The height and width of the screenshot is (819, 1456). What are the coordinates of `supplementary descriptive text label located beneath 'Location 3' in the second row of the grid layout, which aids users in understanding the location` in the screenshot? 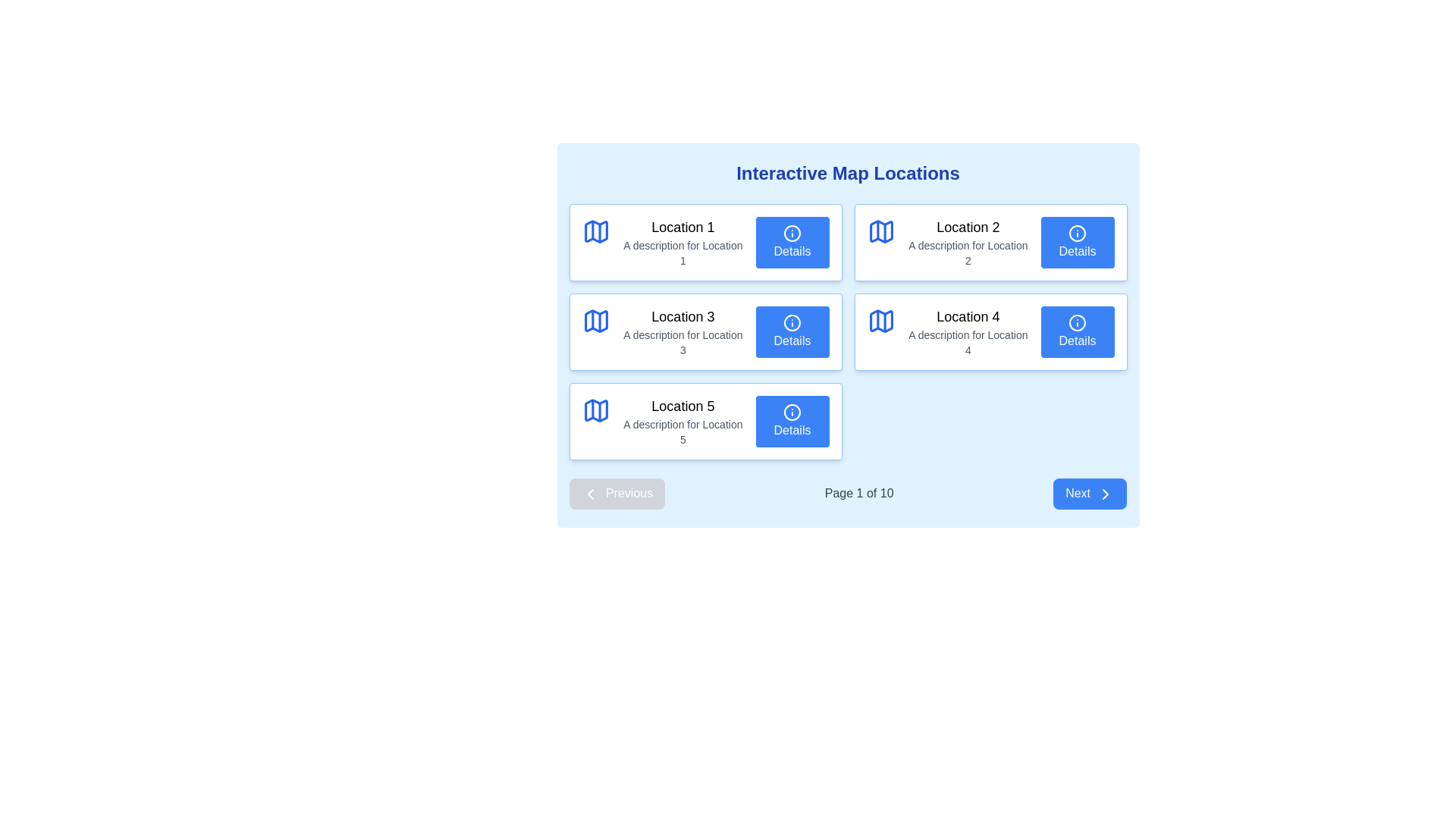 It's located at (682, 342).